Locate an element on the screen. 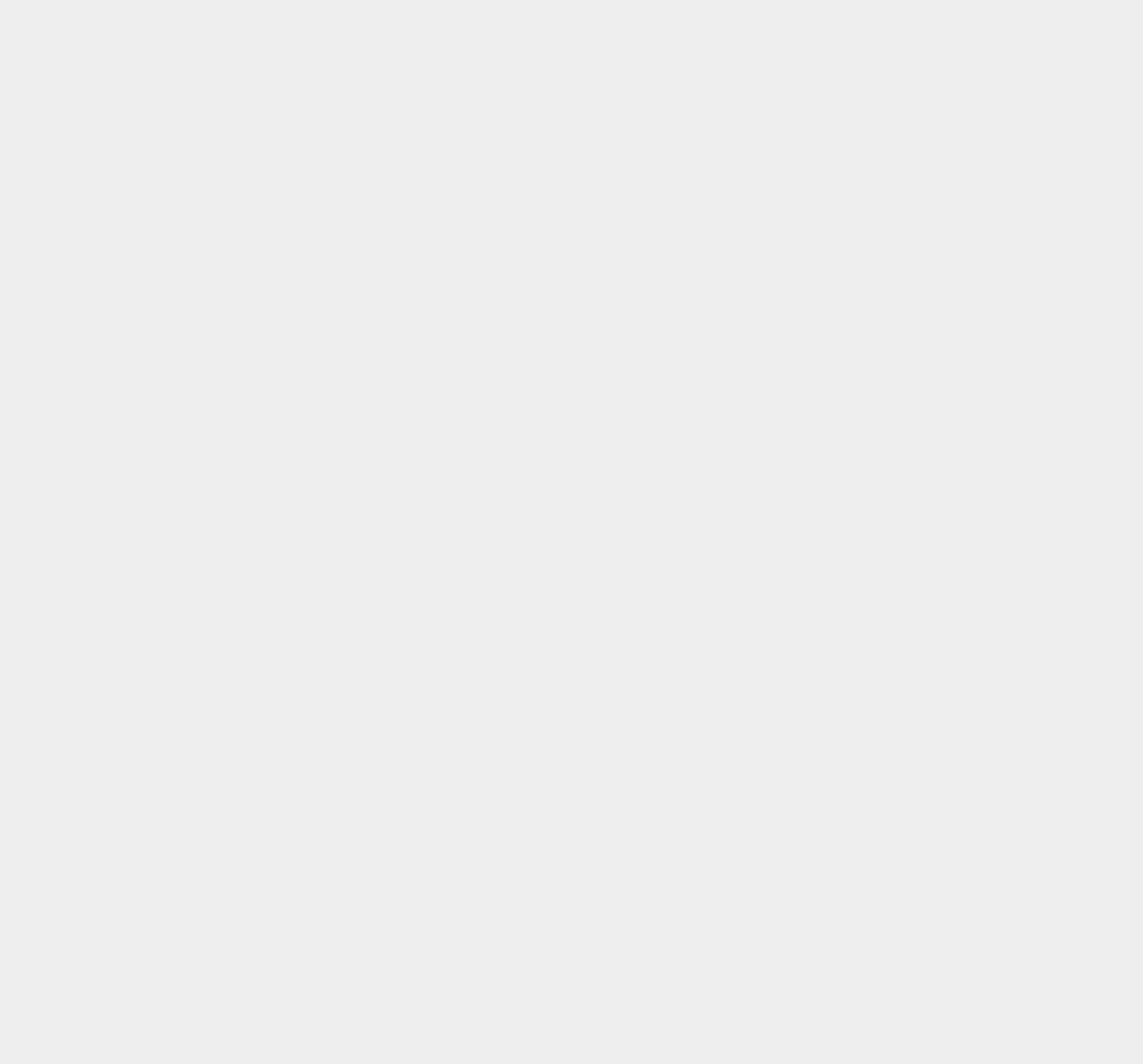 The image size is (1143, 1064). 'Doodle' is located at coordinates (828, 905).